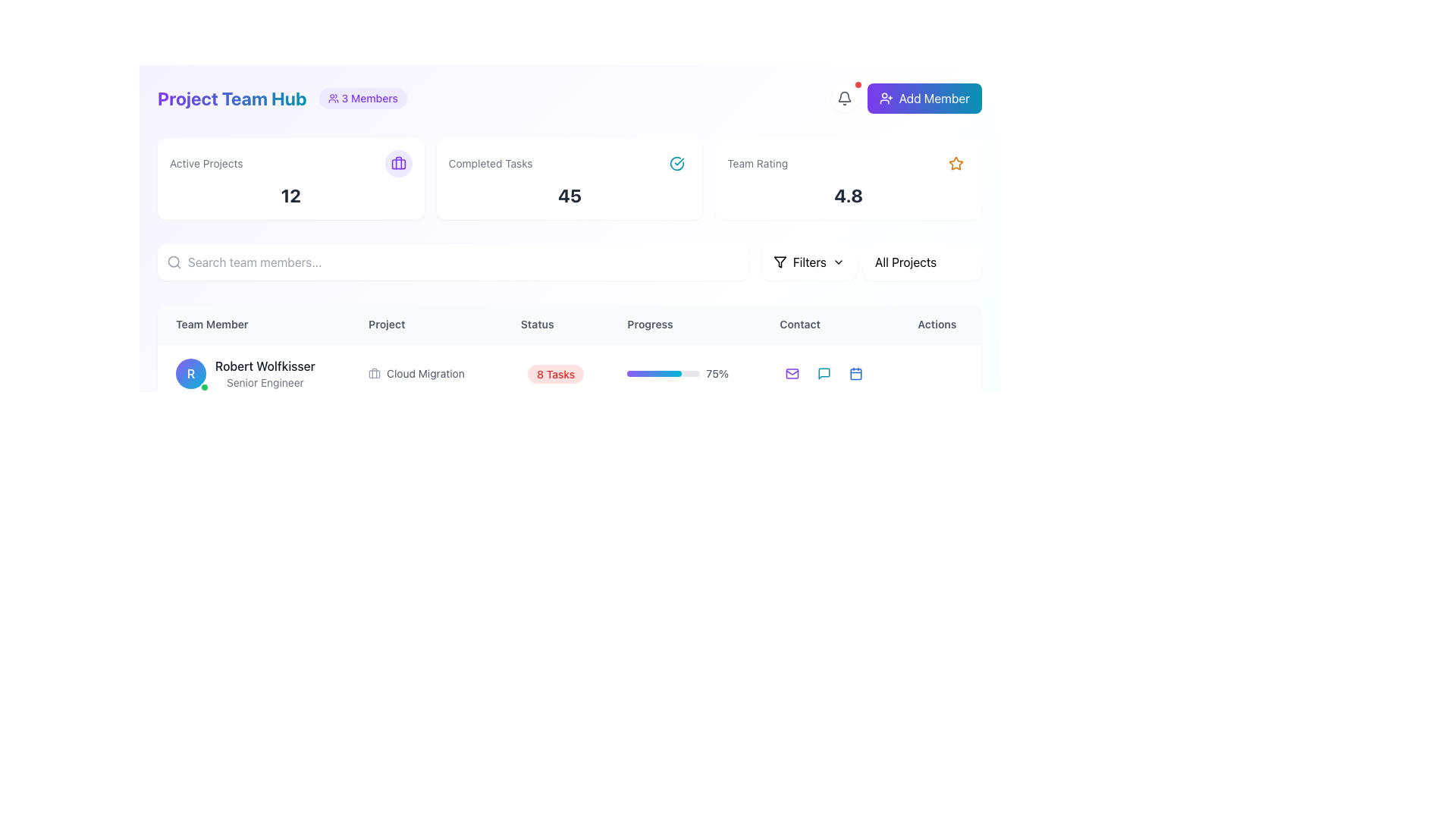 Image resolution: width=1456 pixels, height=819 pixels. What do you see at coordinates (780, 262) in the screenshot?
I see `the funnel icon located in the 'Filters' section, which is outlined and minimalistic in design, positioned to the left of the 'Filters' label` at bounding box center [780, 262].